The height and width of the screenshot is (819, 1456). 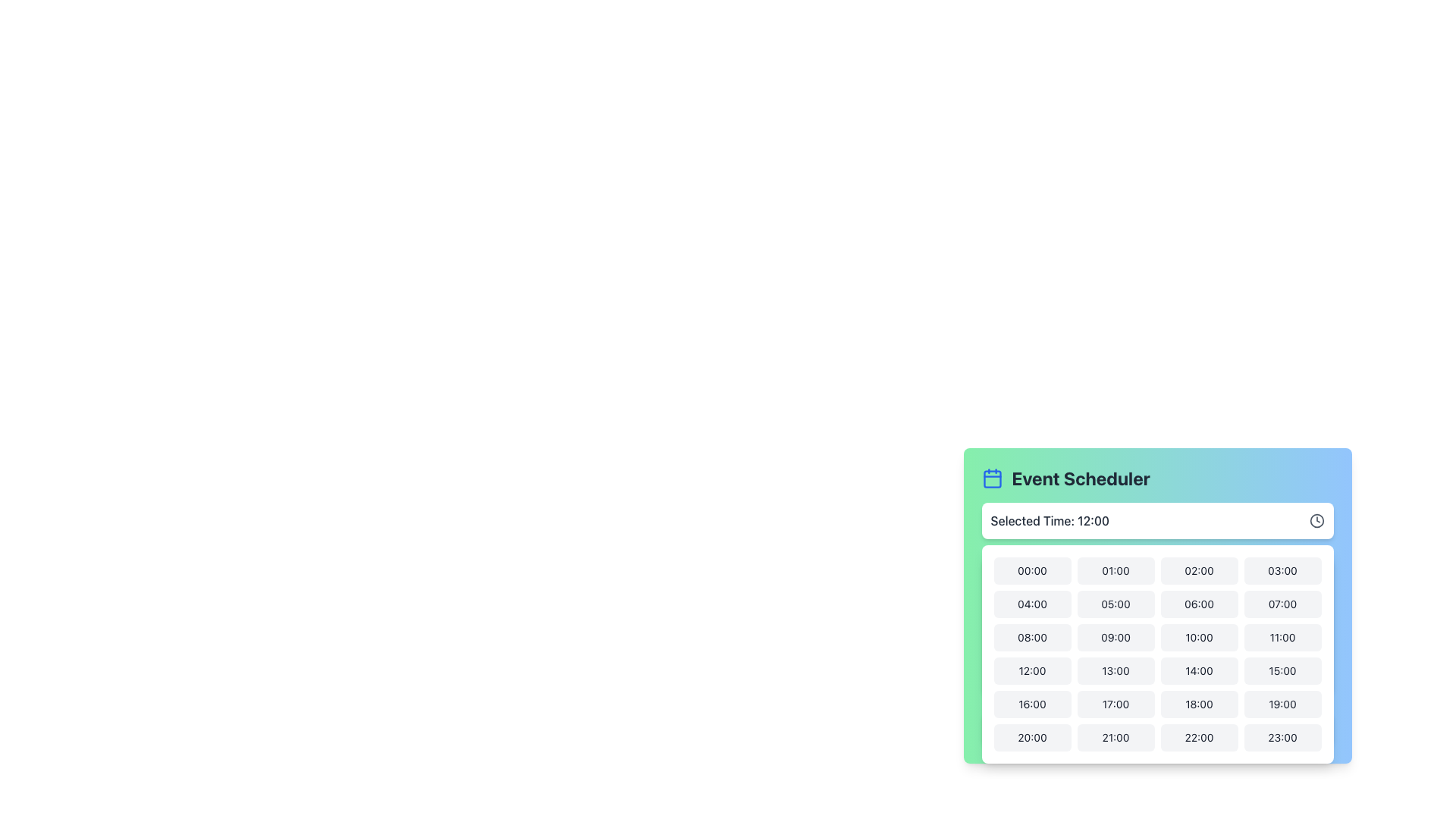 What do you see at coordinates (1116, 637) in the screenshot?
I see `the interactive button in the second column of the third row of the event scheduling interface` at bounding box center [1116, 637].